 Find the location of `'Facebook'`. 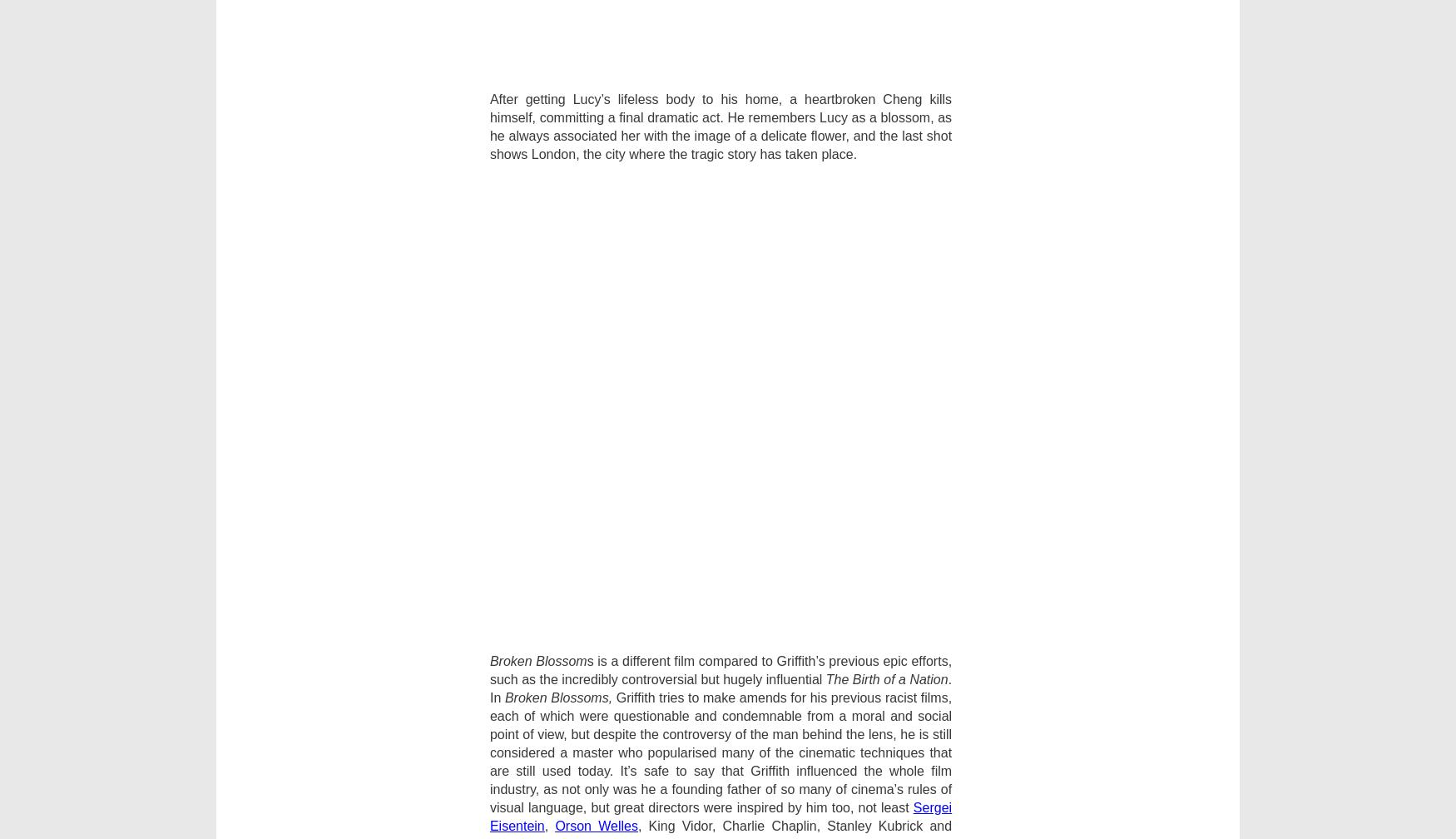

'Facebook' is located at coordinates (782, 553).